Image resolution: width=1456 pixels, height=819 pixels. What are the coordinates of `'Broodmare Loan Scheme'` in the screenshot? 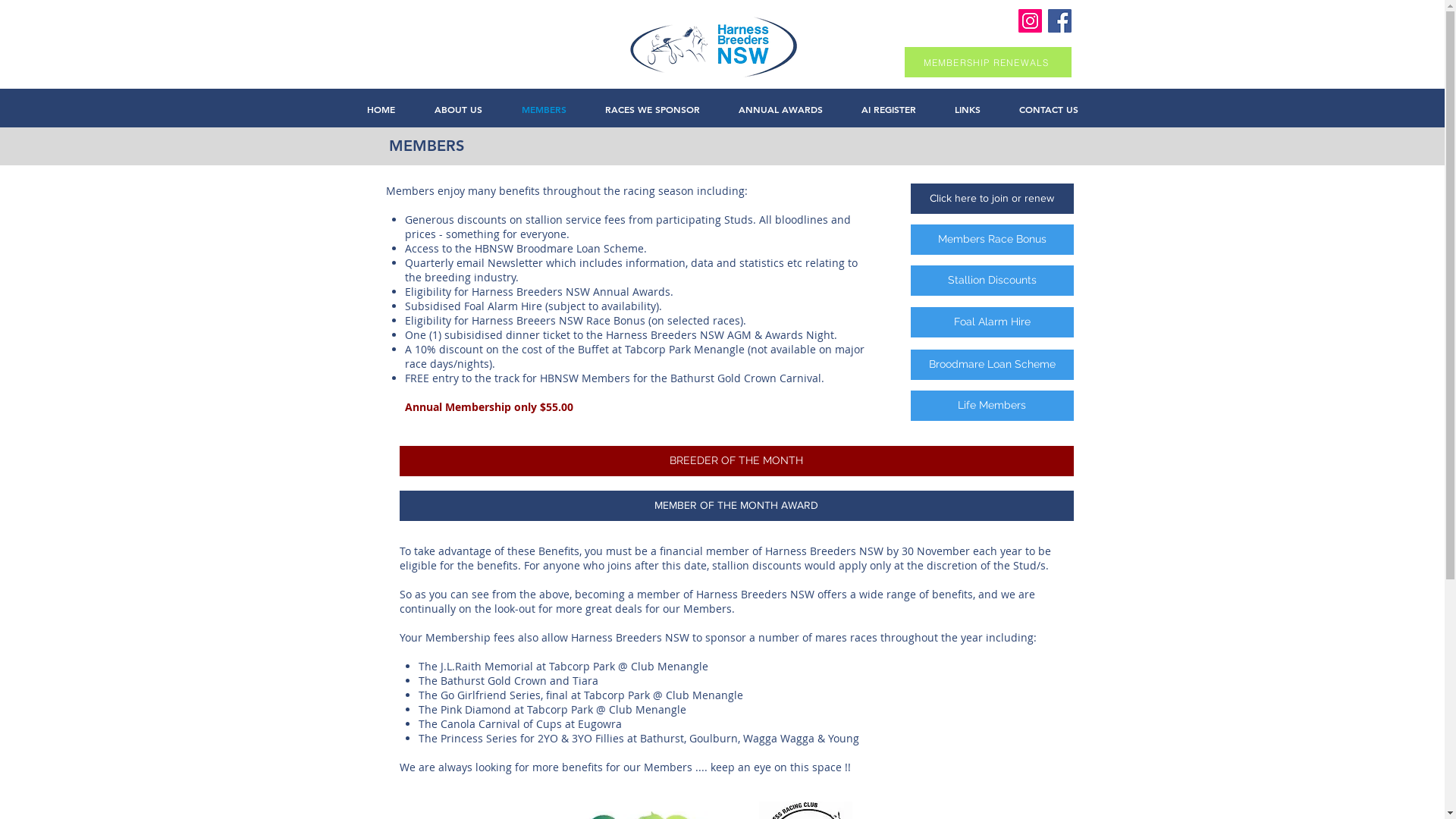 It's located at (991, 365).